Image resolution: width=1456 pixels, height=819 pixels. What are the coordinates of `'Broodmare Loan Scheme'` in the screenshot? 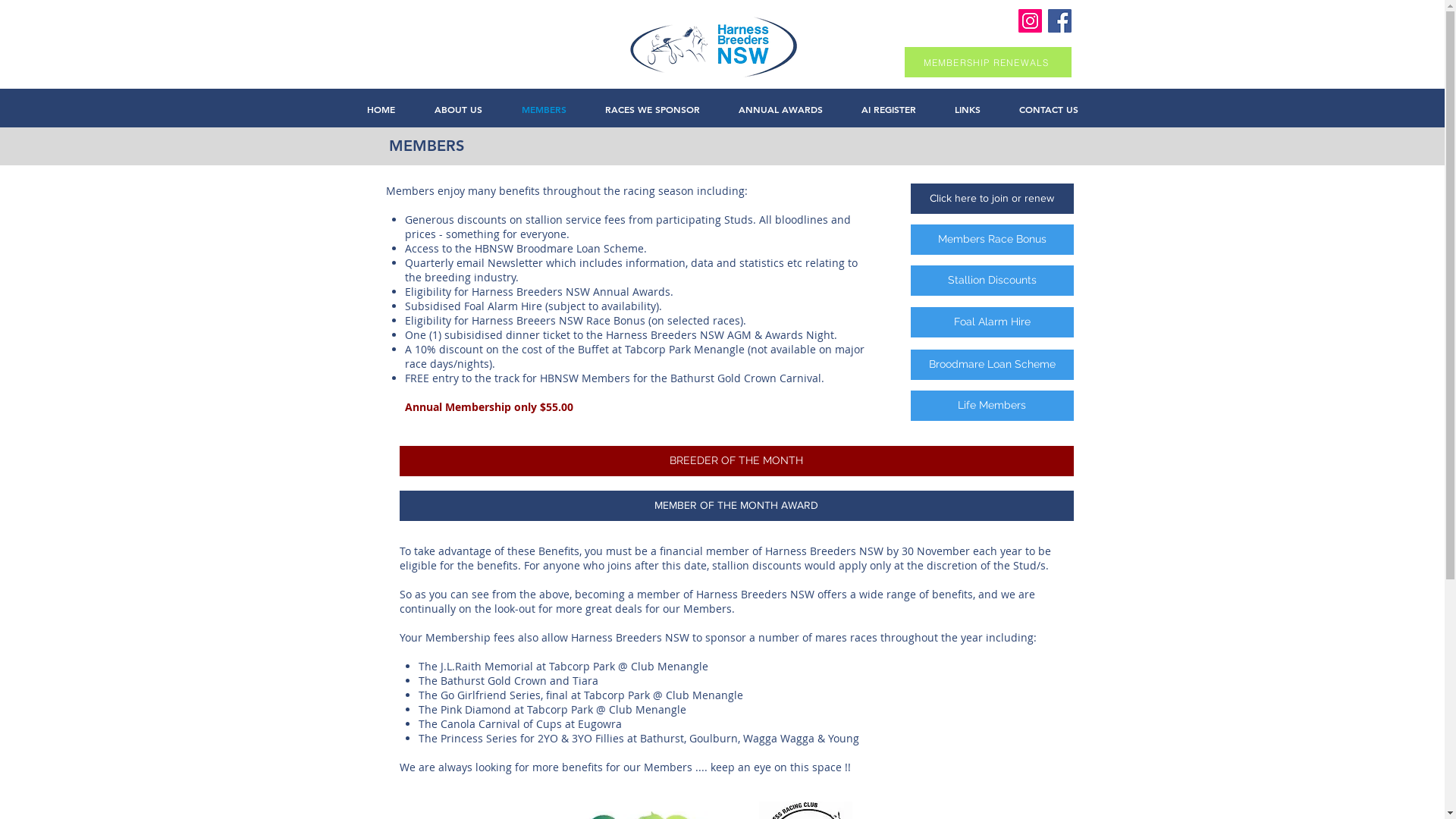 It's located at (991, 365).